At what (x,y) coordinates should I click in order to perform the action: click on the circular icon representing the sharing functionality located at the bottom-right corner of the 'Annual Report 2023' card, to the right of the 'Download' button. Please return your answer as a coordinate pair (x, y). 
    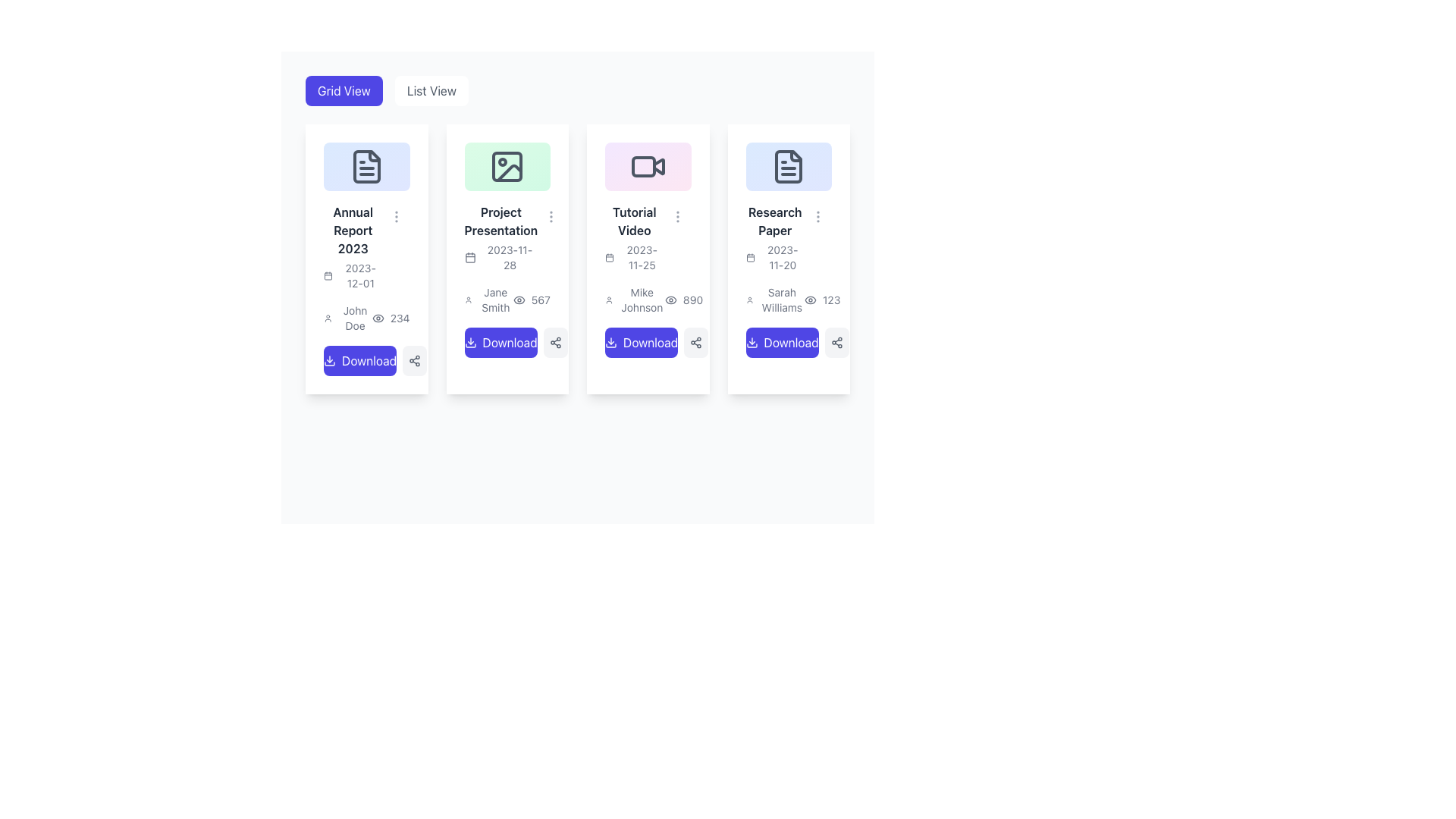
    Looking at the image, I should click on (554, 342).